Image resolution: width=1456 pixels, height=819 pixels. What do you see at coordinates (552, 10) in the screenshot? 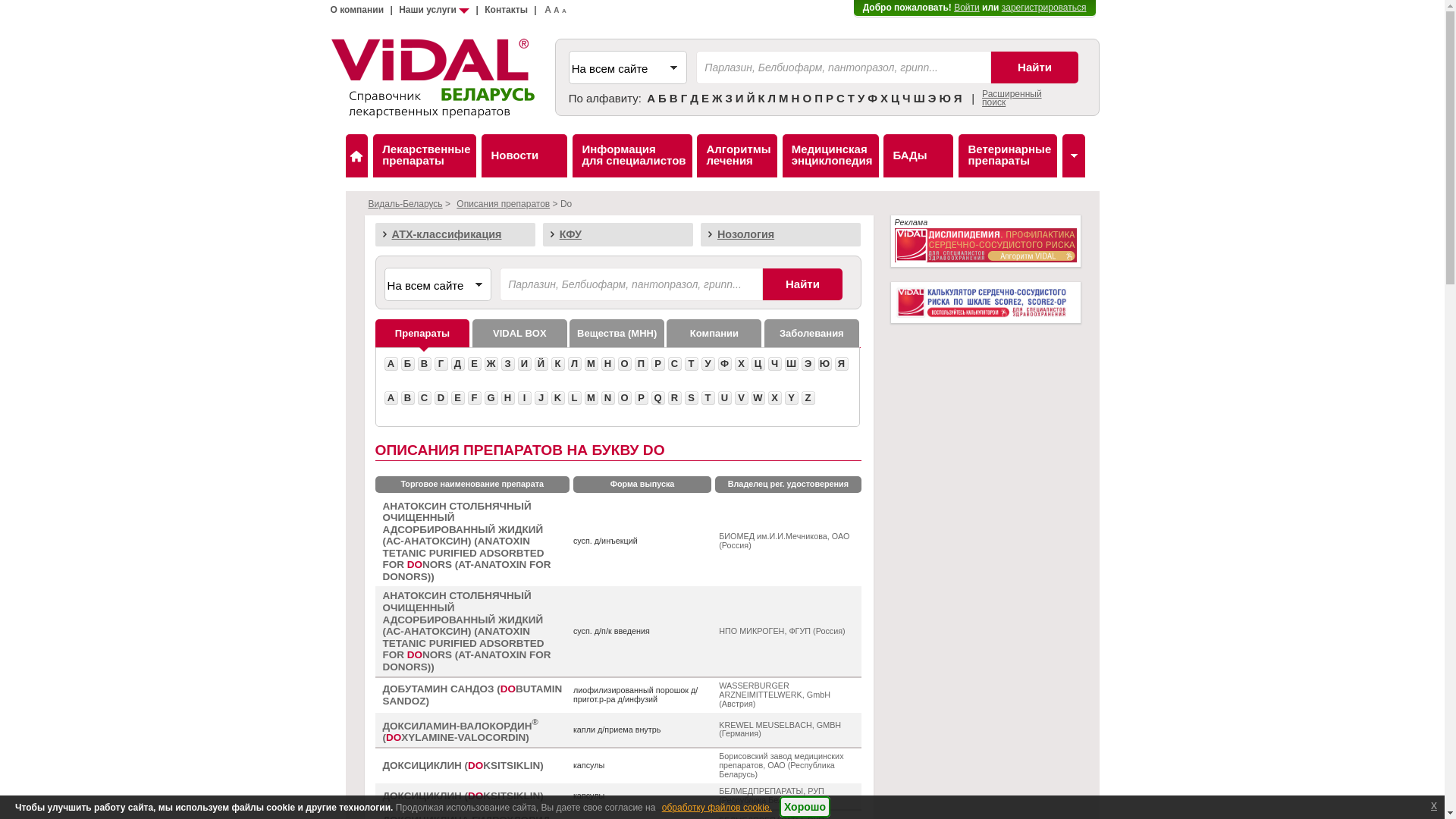
I see `'A'` at bounding box center [552, 10].